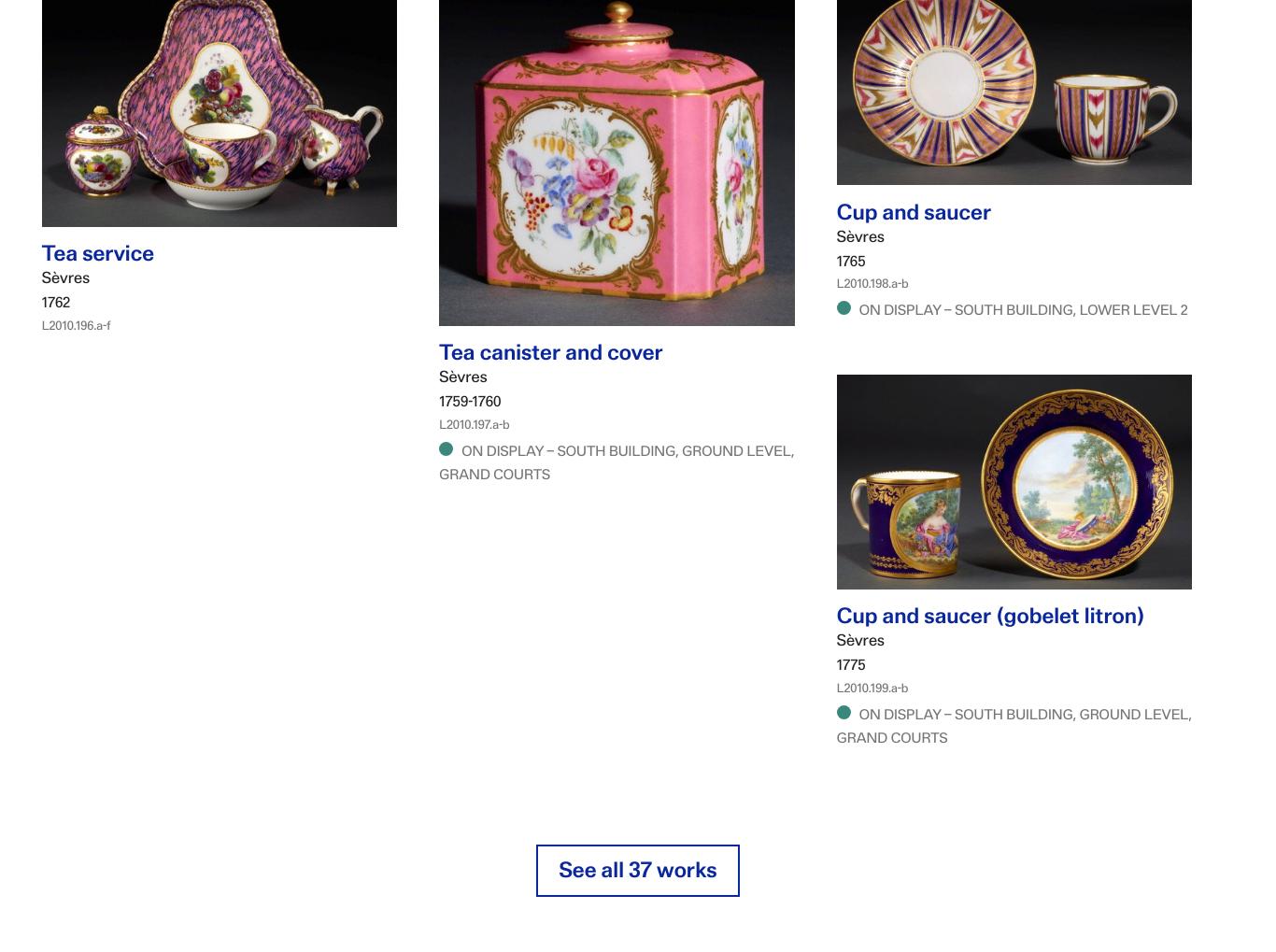 The image size is (1276, 952). What do you see at coordinates (1017, 629) in the screenshot?
I see `'Cup and saucer (gobelet litron)'` at bounding box center [1017, 629].